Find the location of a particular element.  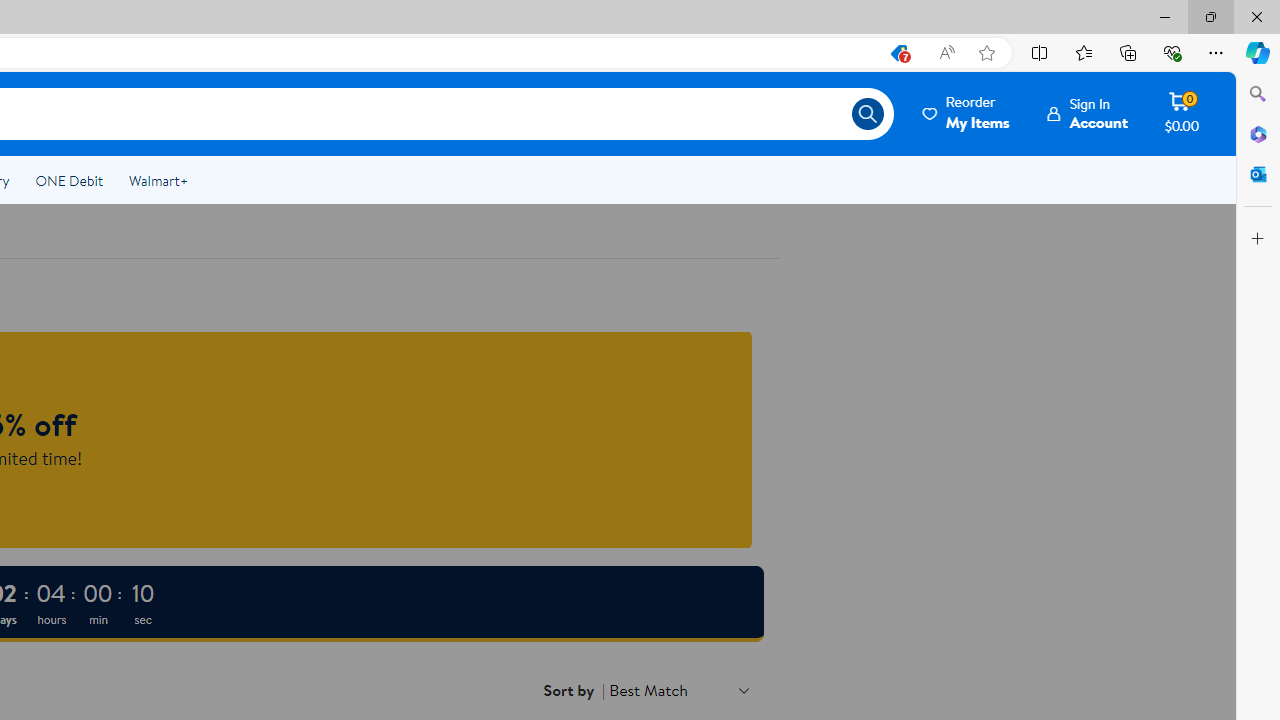

'ReorderMy Items' is located at coordinates (967, 113).